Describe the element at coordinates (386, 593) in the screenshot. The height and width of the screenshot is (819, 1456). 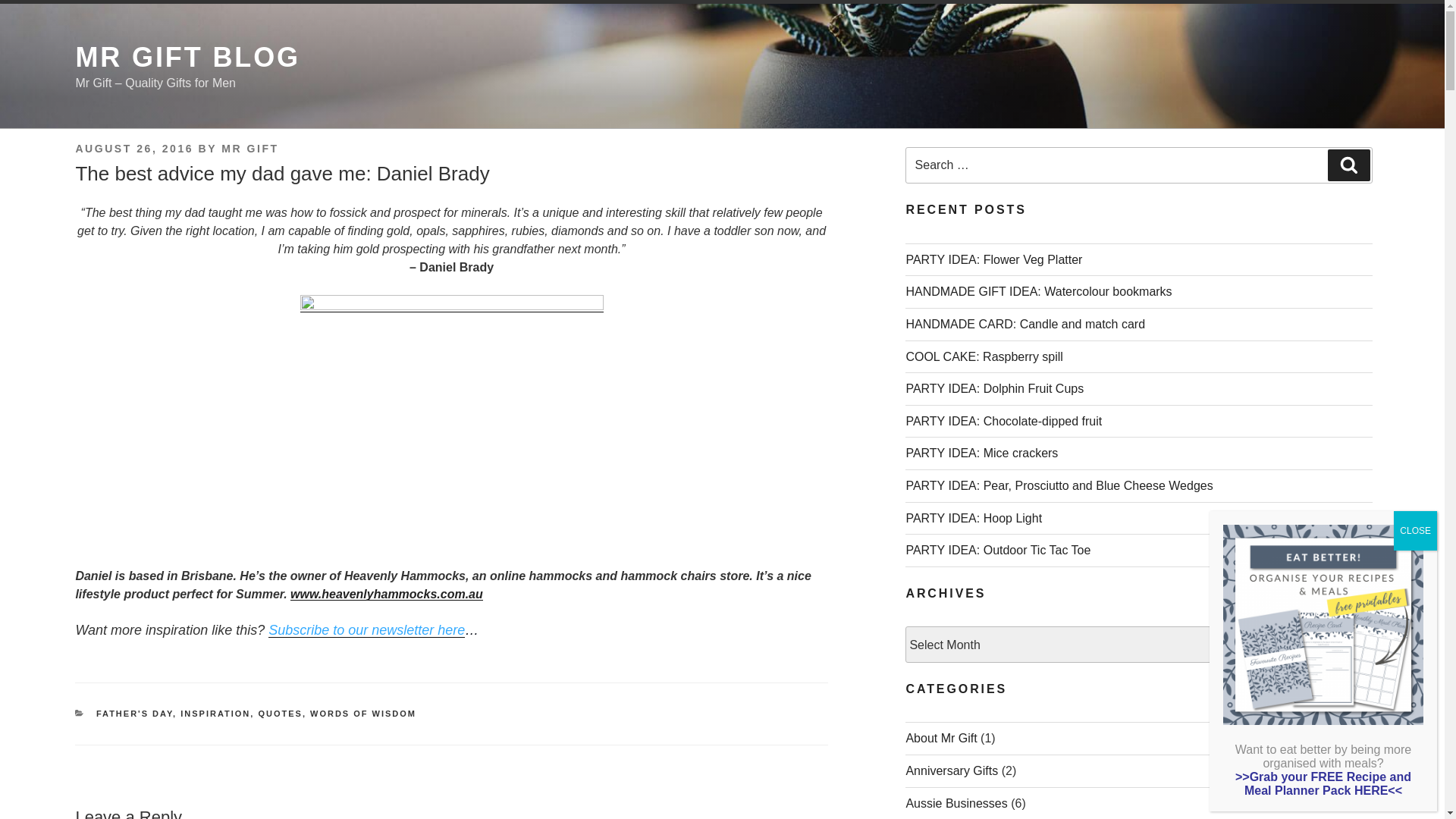
I see `'www.heavenlyhammocks.com.au'` at that location.